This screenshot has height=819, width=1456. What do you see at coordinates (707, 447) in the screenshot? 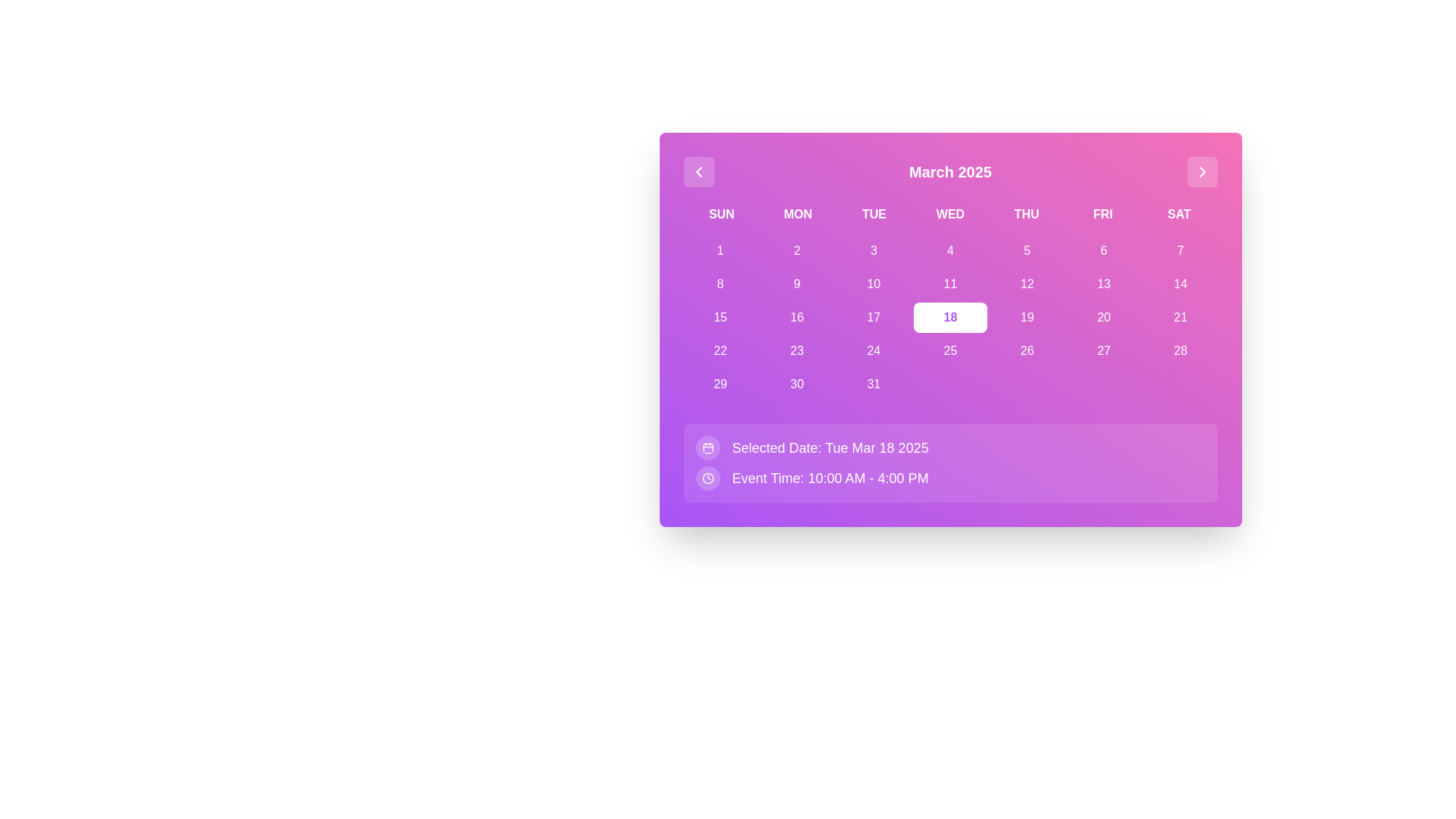
I see `the decorative or informative icon indicating the date-related attribute next to the text 'Selected Date: Tue Mar 18 2025'` at bounding box center [707, 447].